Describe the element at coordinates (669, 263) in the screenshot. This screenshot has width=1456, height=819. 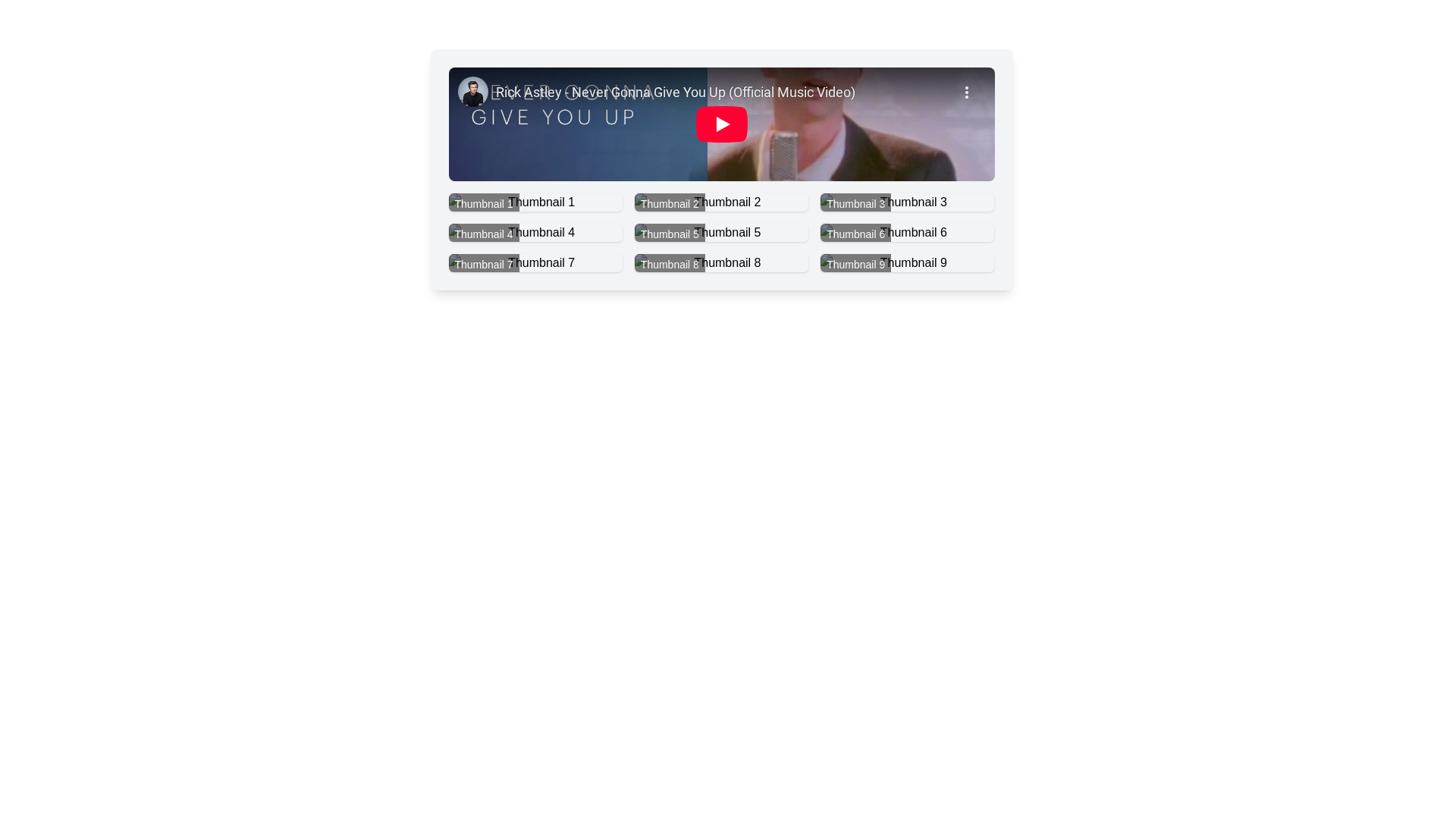
I see `the Overlay Label with black background and white text reading 'Thumbnail 8', located at the top-left corner of the thumbnail card in the second row and middle column of the grid layout` at that location.